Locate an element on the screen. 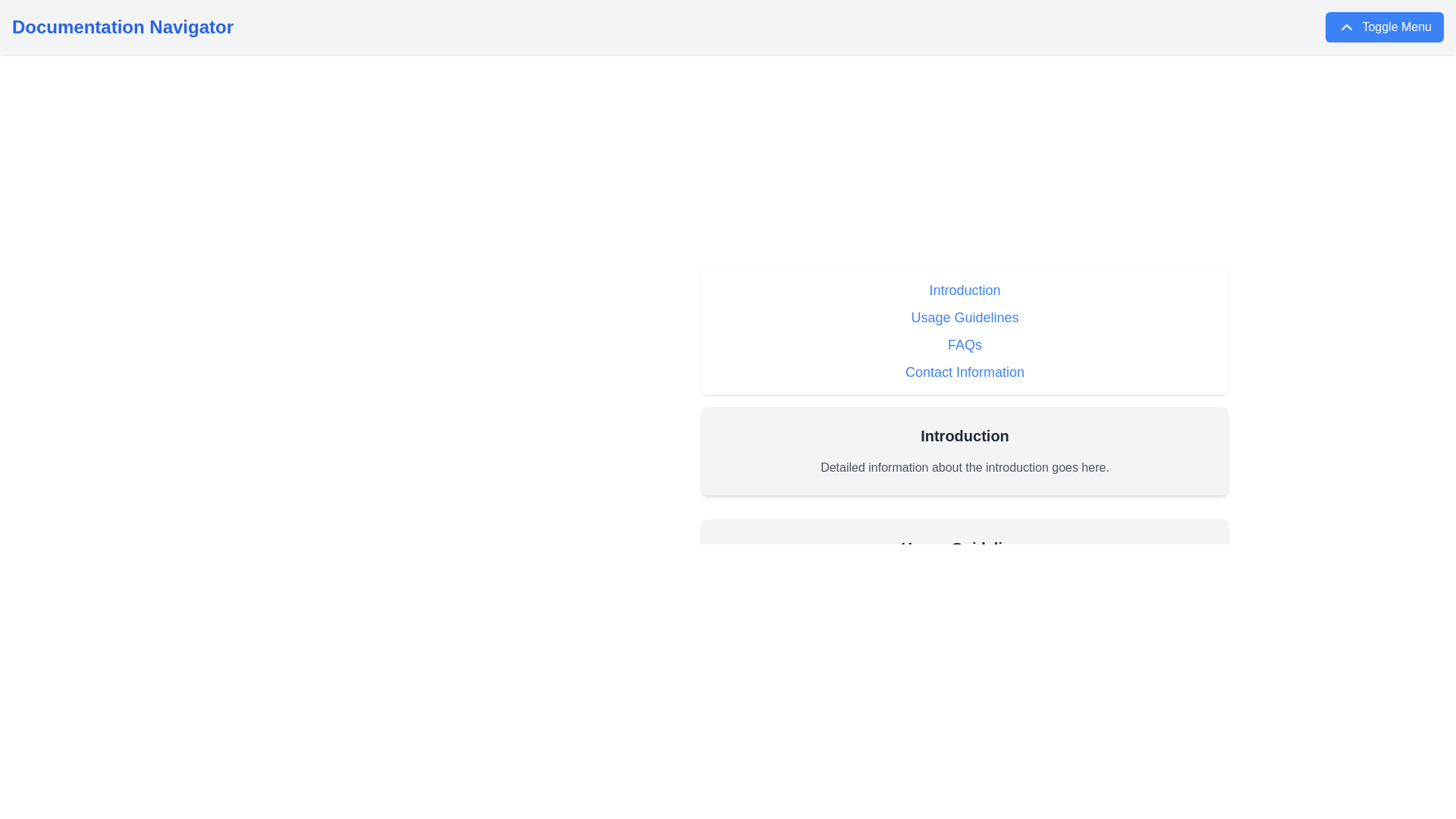  any item link in the vertical navigation menu, which includes 'Introduction', 'Usage Guidelines', 'FAQs', and 'Contact Information', styled in blue and underlined when hovered over is located at coordinates (964, 330).